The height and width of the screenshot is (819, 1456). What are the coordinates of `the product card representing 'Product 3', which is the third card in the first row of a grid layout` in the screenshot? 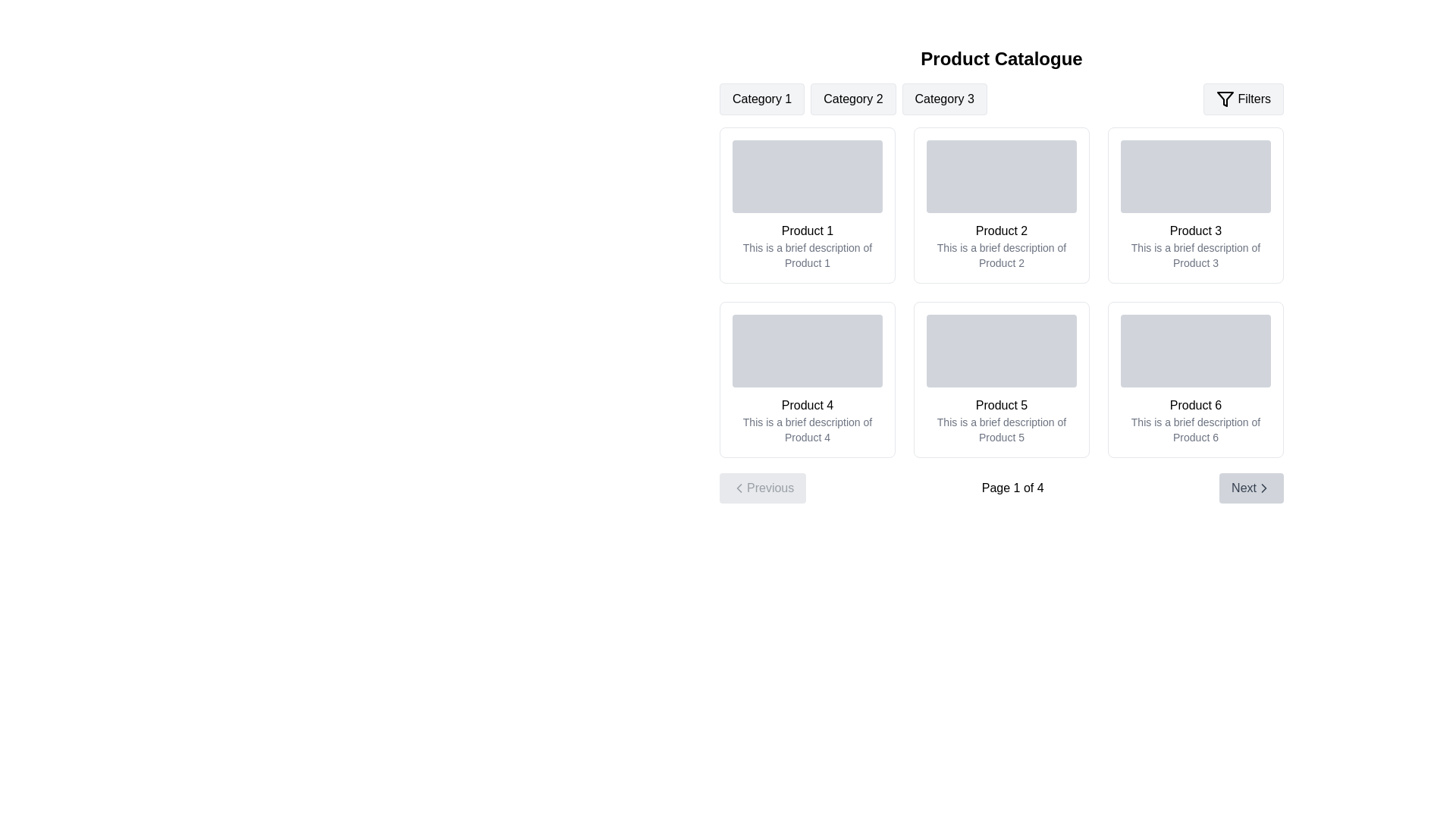 It's located at (1195, 205).